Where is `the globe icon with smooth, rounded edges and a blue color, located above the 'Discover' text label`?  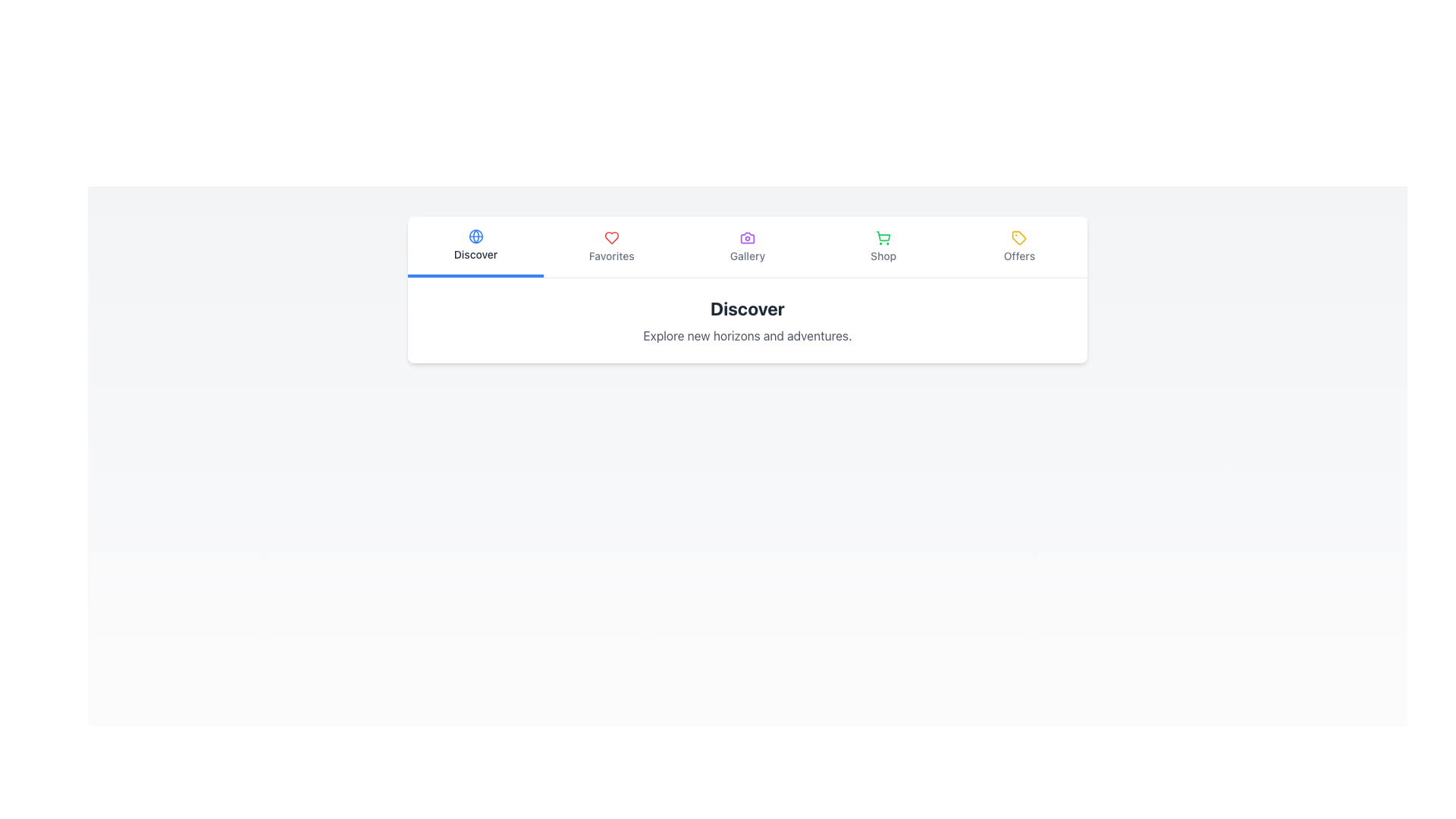
the globe icon with smooth, rounded edges and a blue color, located above the 'Discover' text label is located at coordinates (475, 237).